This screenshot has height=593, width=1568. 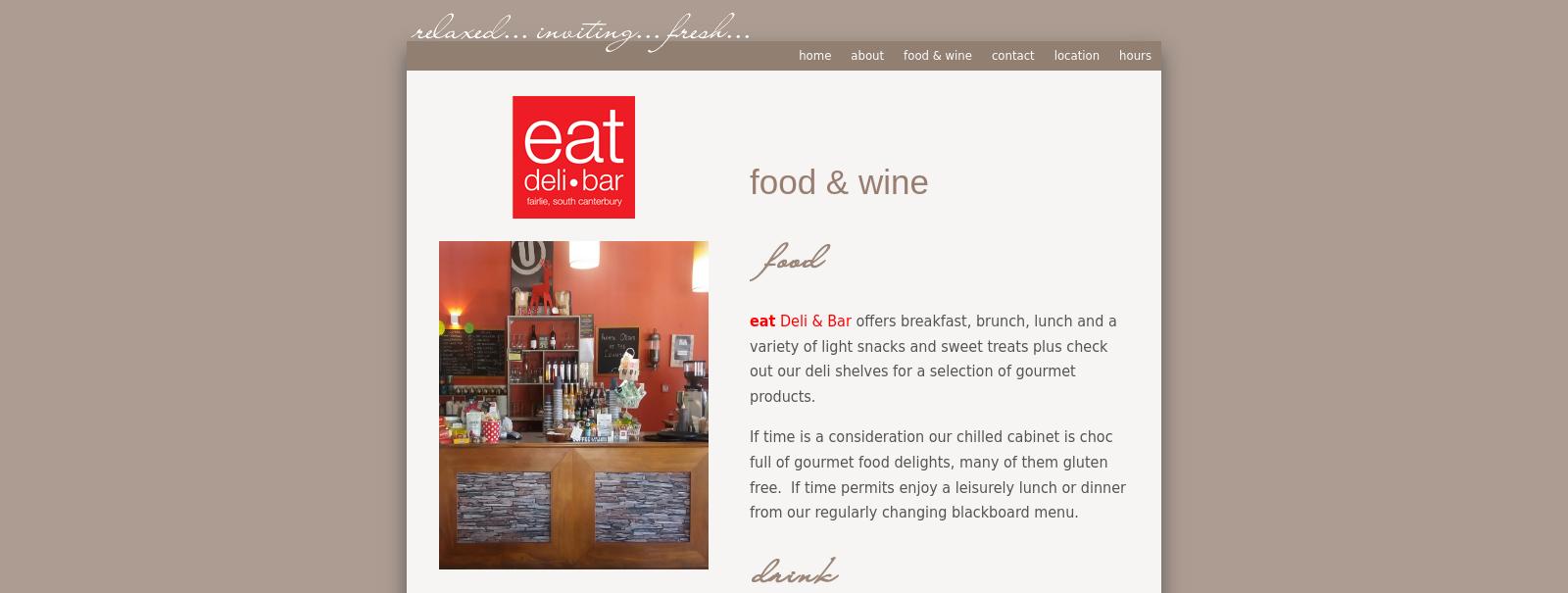 What do you see at coordinates (811, 319) in the screenshot?
I see `'Deli & Bar'` at bounding box center [811, 319].